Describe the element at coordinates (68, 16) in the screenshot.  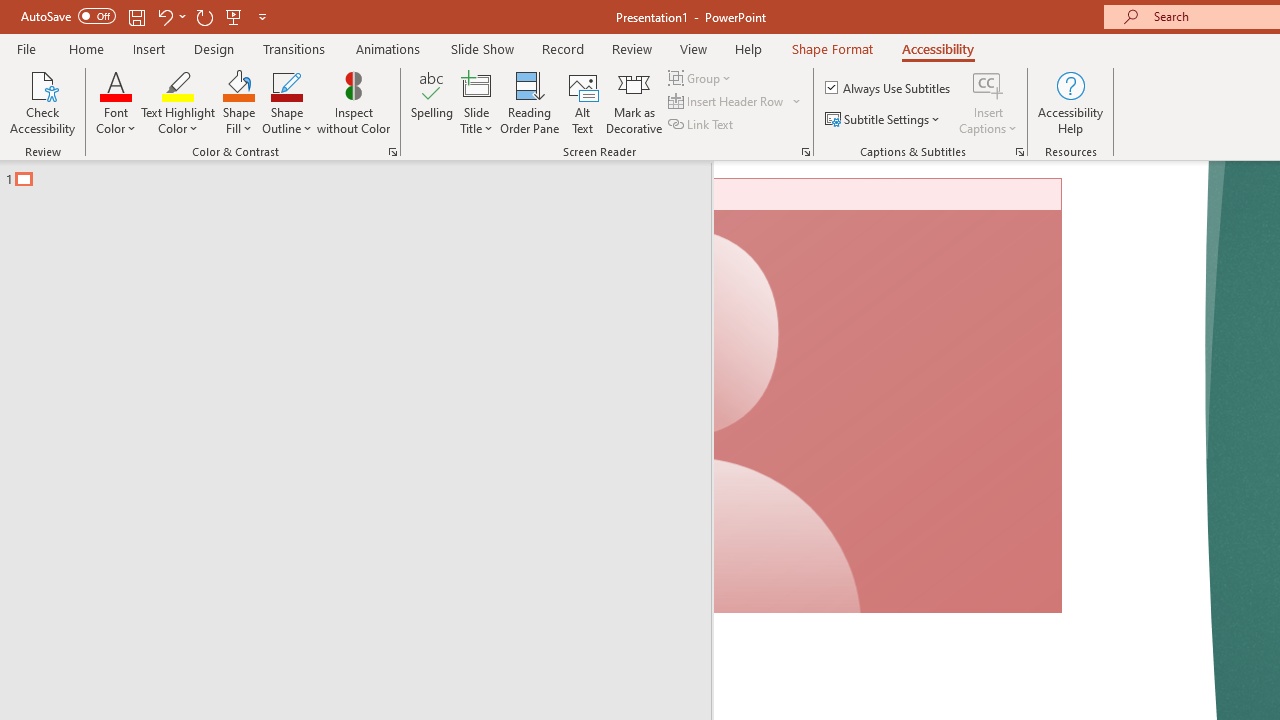
I see `'AutoSave'` at that location.